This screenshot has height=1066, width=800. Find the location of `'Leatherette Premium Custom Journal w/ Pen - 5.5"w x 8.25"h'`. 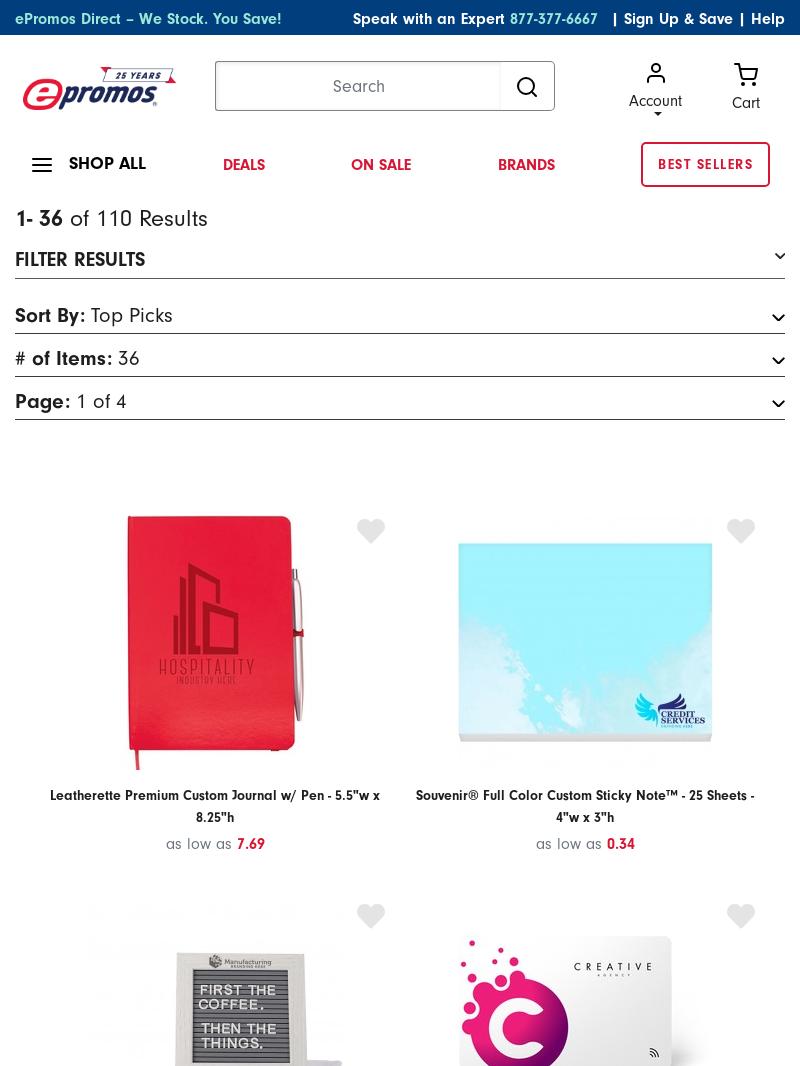

'Leatherette Premium Custom Journal w/ Pen - 5.5"w x 8.25"h' is located at coordinates (214, 805).